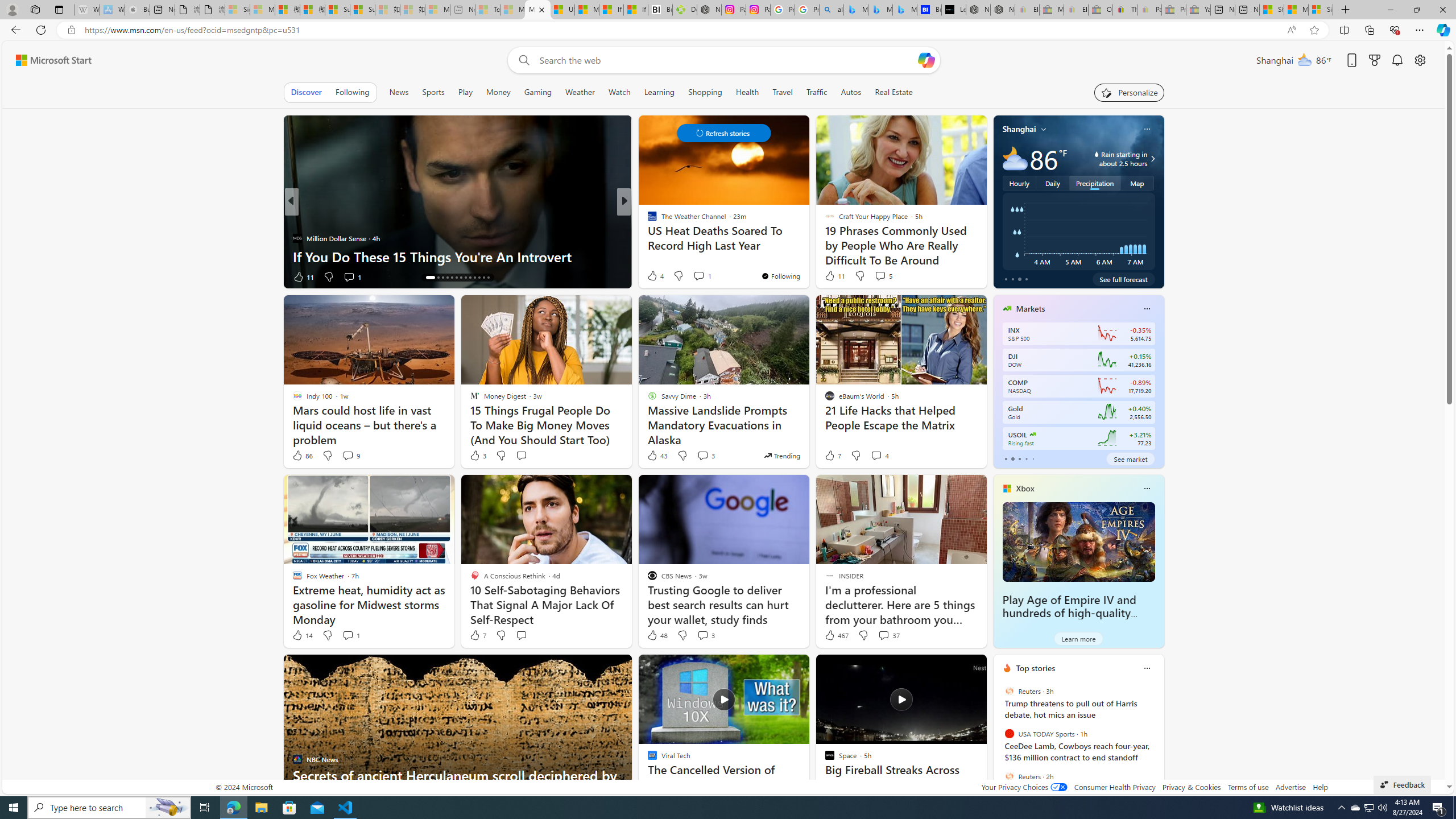 The width and height of the screenshot is (1456, 819). I want to click on 'tab-3', so click(1025, 459).